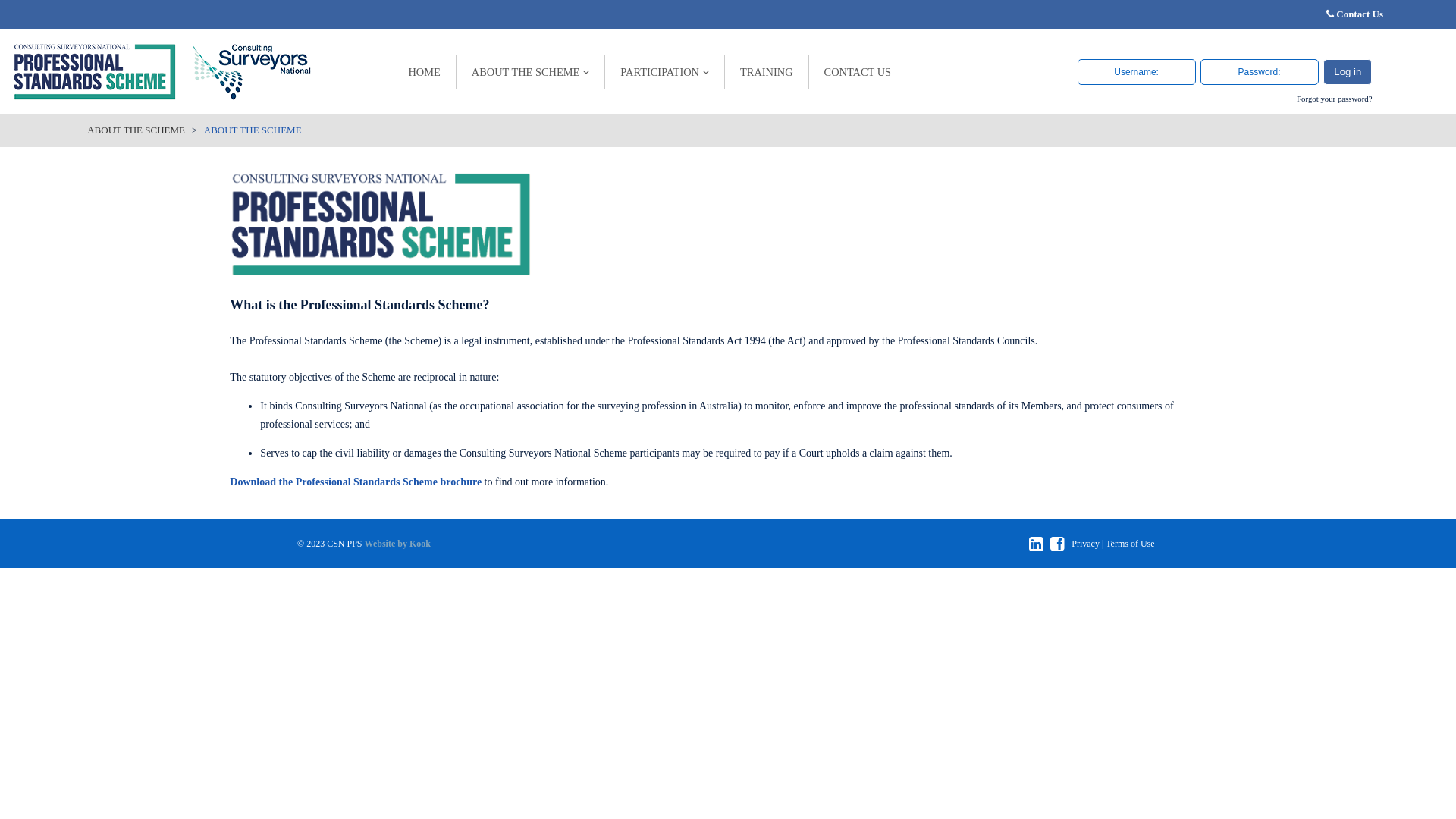  What do you see at coordinates (86, 129) in the screenshot?
I see `'ABOUT THE SCHEME'` at bounding box center [86, 129].